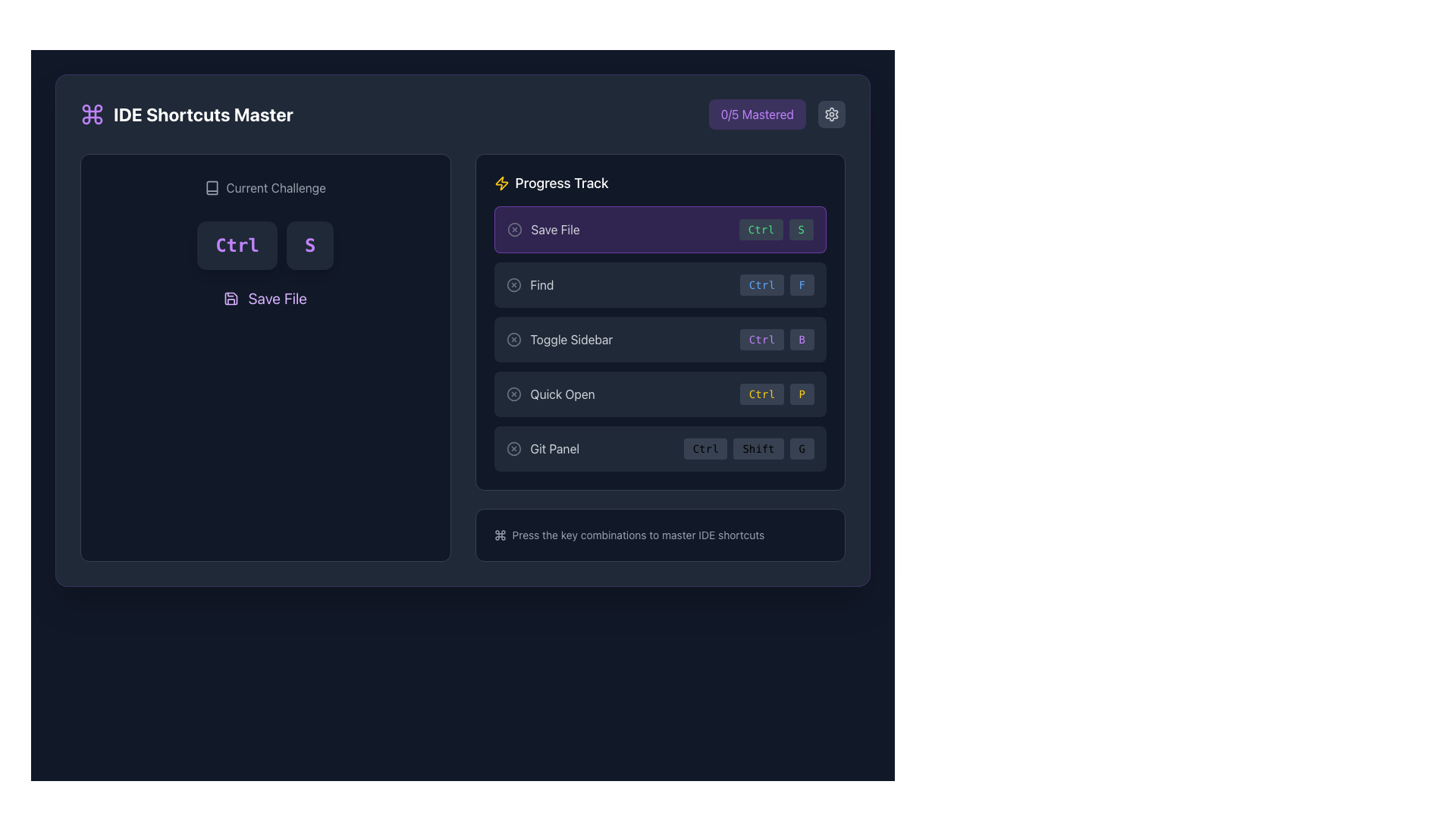  Describe the element at coordinates (777, 394) in the screenshot. I see `text 'Ctrl P' inside the Shortcut visual indicator located in the 'Quick Open' row of the 'Progress Track' section` at that location.